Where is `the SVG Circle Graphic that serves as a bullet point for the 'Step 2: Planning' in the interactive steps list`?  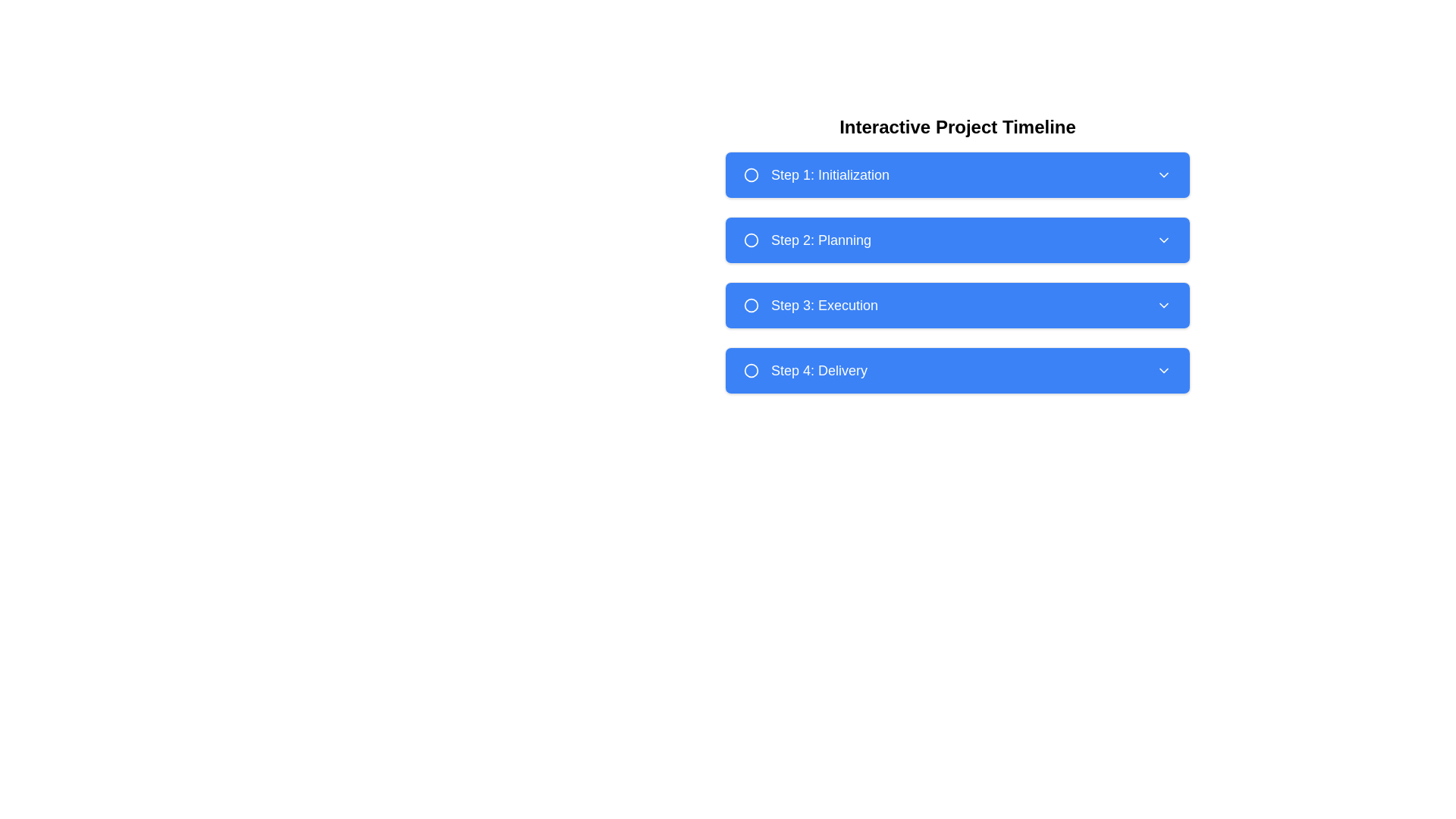 the SVG Circle Graphic that serves as a bullet point for the 'Step 2: Planning' in the interactive steps list is located at coordinates (751, 239).